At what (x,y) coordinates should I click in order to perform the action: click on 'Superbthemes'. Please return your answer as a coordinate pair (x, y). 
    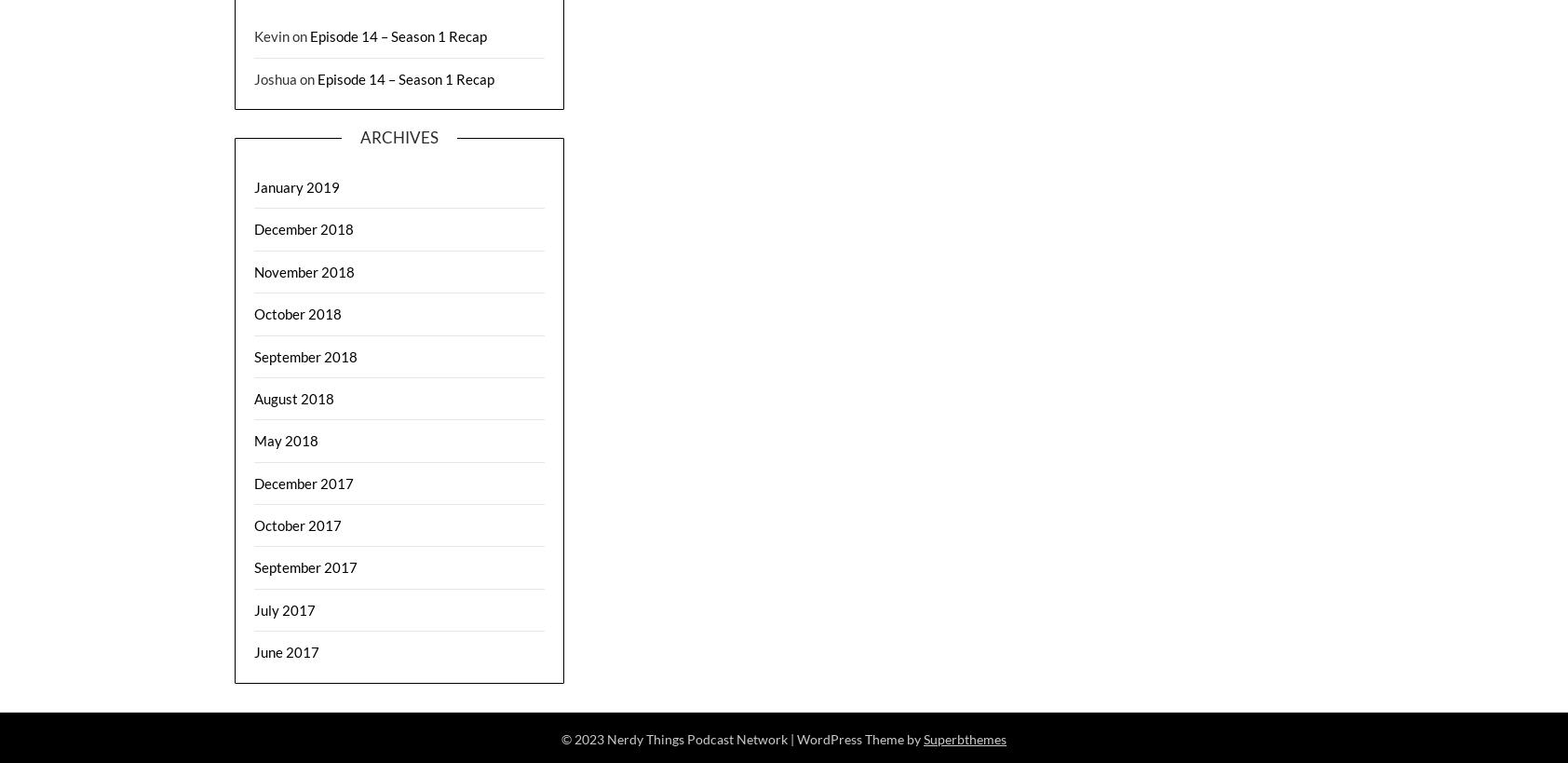
    Looking at the image, I should click on (923, 738).